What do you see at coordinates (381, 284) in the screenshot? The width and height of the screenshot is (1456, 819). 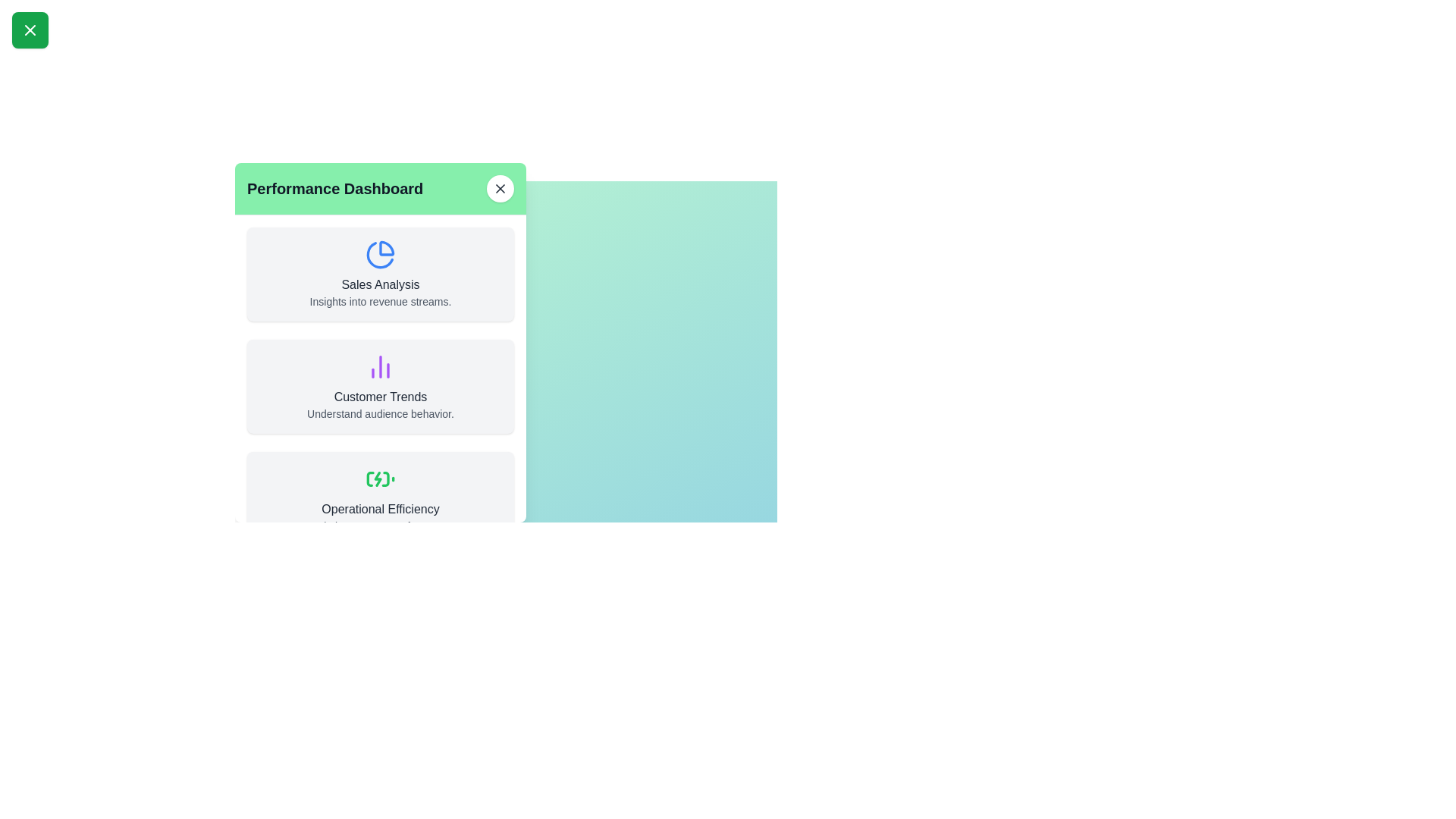 I see `the 'Sales Analysis' text label, which is displayed in gray below a blue pie-chart icon within a light gray card layout` at bounding box center [381, 284].